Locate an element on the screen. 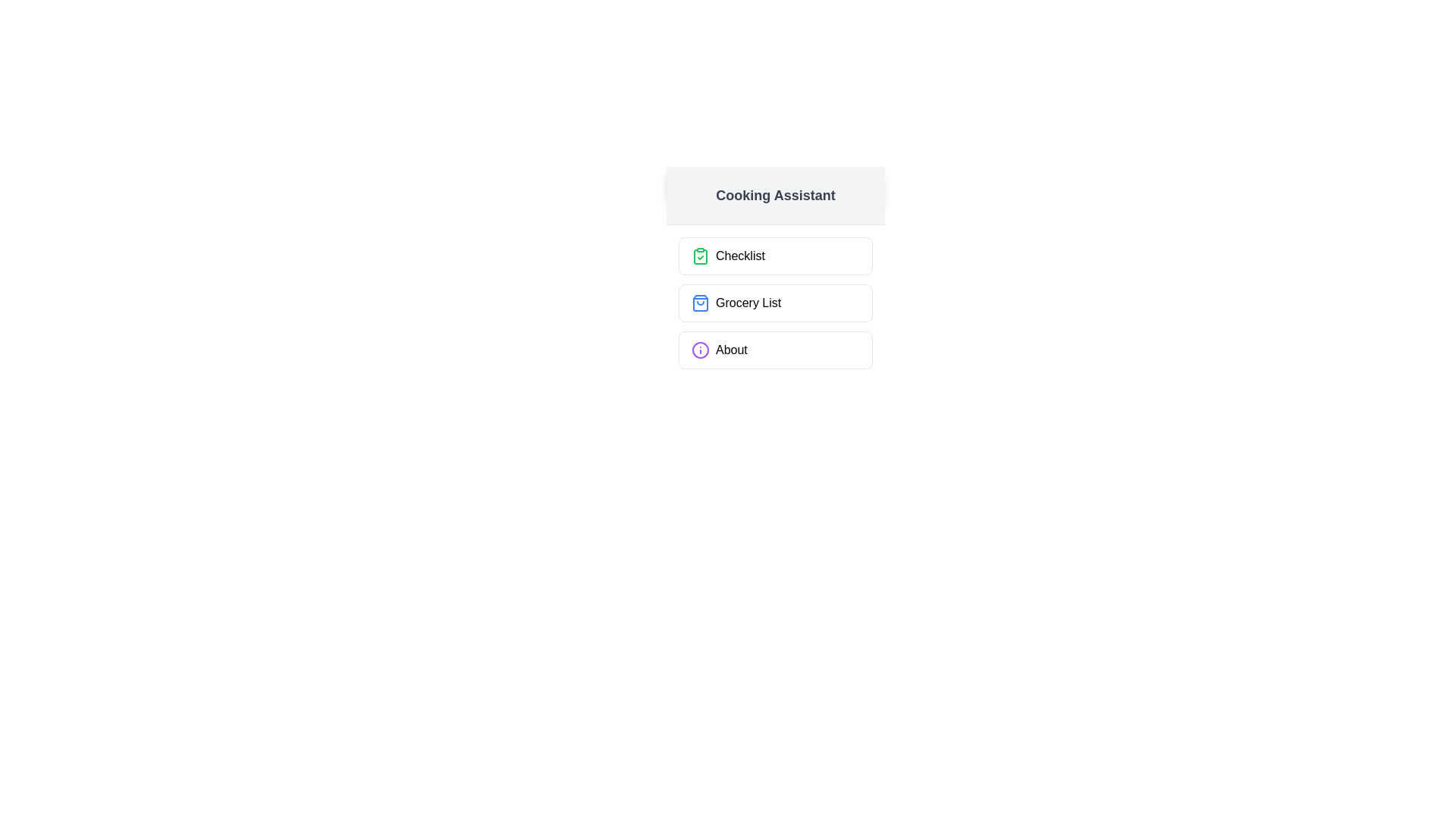  the 'Checklist' button is located at coordinates (775, 256).